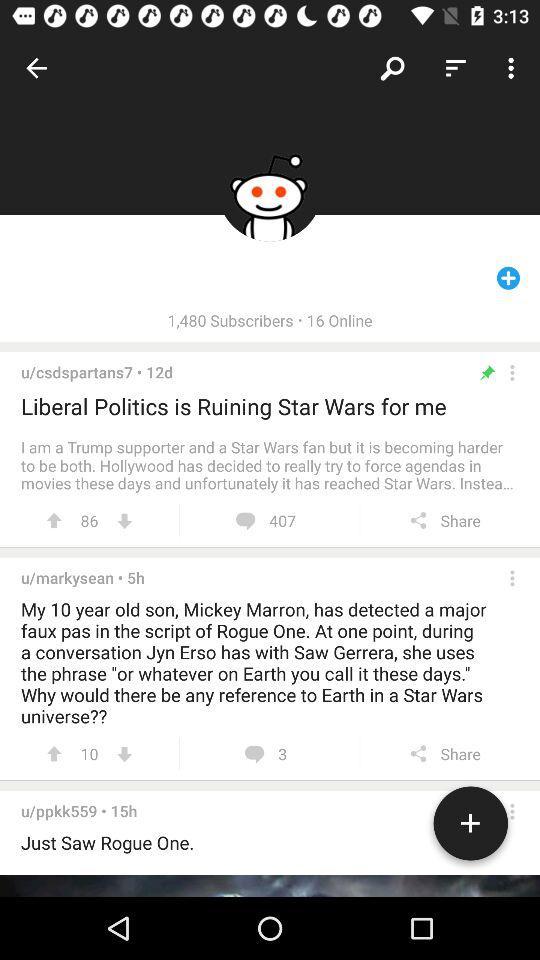 The image size is (540, 960). Describe the element at coordinates (512, 811) in the screenshot. I see `opens a menu` at that location.